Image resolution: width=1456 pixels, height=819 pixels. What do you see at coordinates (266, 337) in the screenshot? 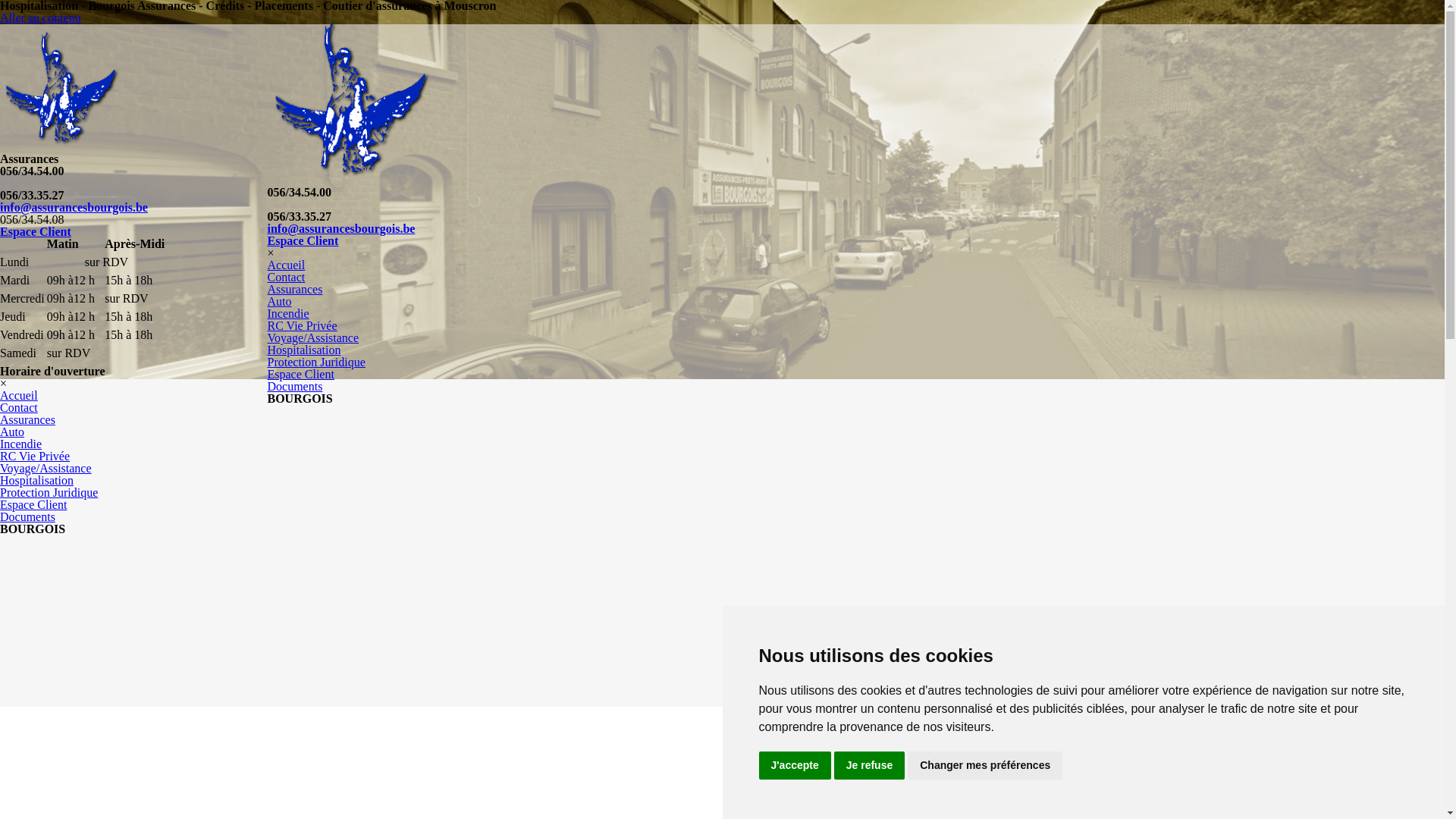
I see `'Voyage/Assistance'` at bounding box center [266, 337].